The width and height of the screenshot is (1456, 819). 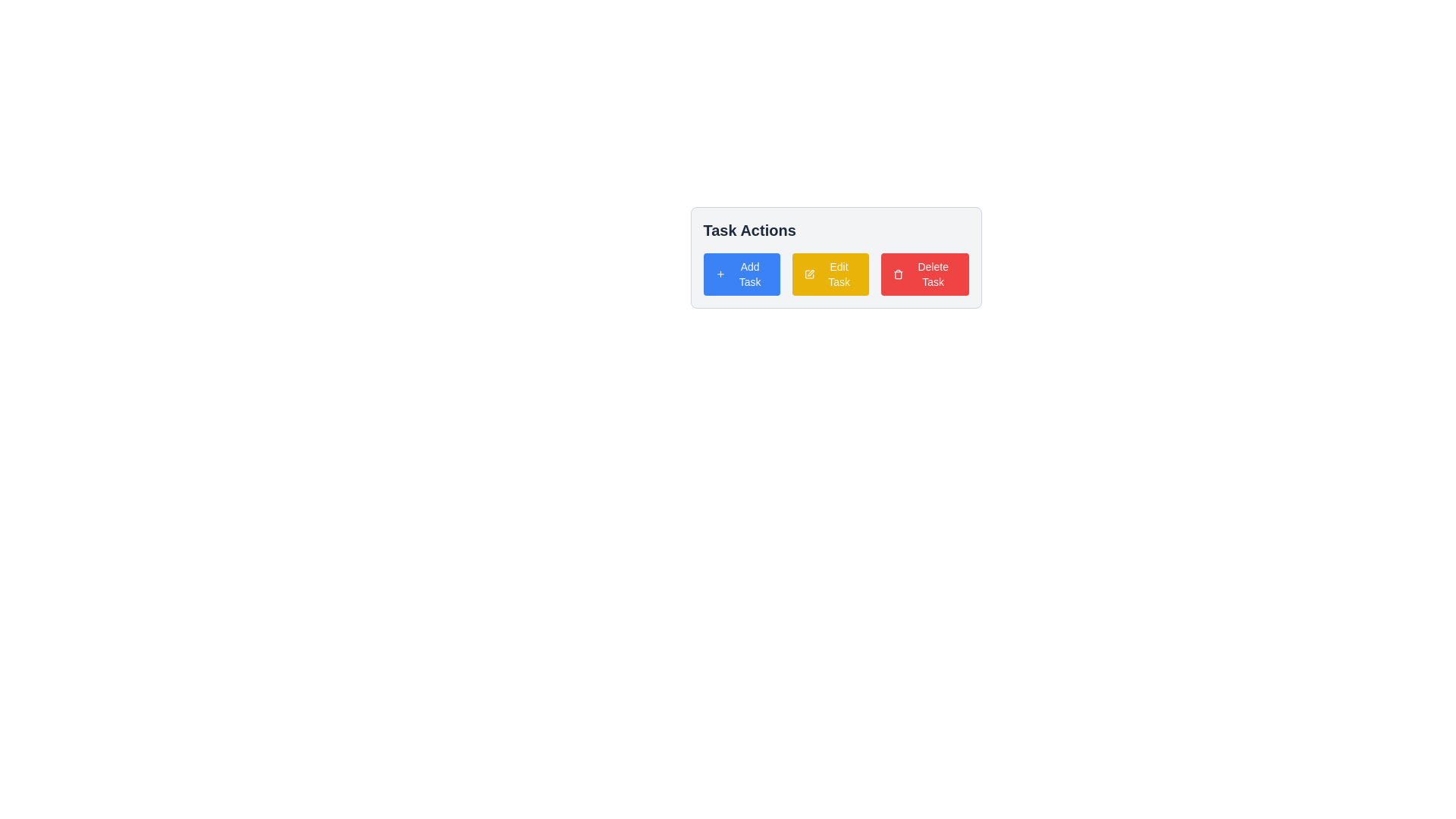 I want to click on the 'Delete Task' icon located to the left of the text 'Delete Task' in the 'Task Actions' section, so click(x=899, y=275).